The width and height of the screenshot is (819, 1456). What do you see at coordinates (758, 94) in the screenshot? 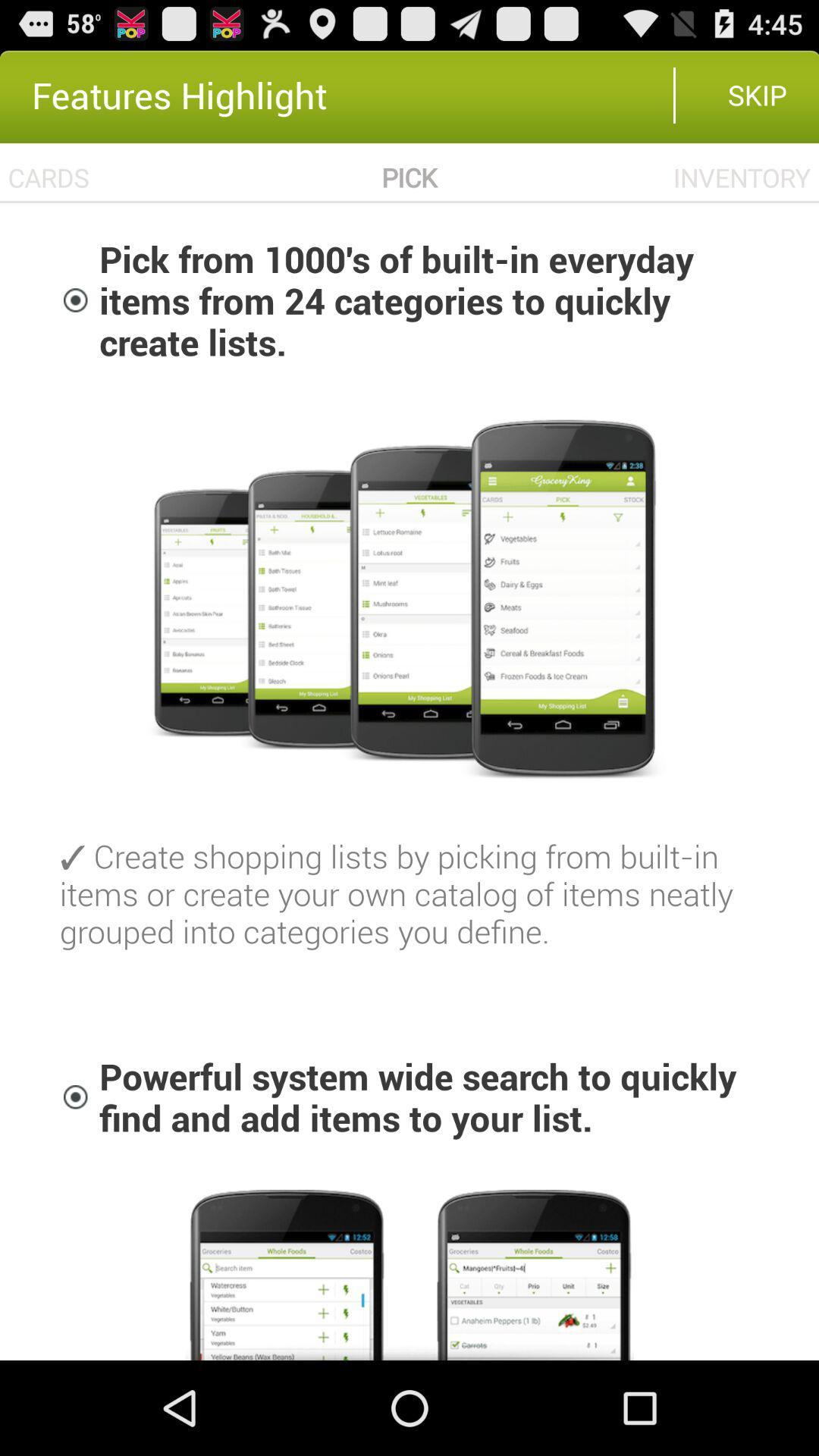
I see `the skip item` at bounding box center [758, 94].